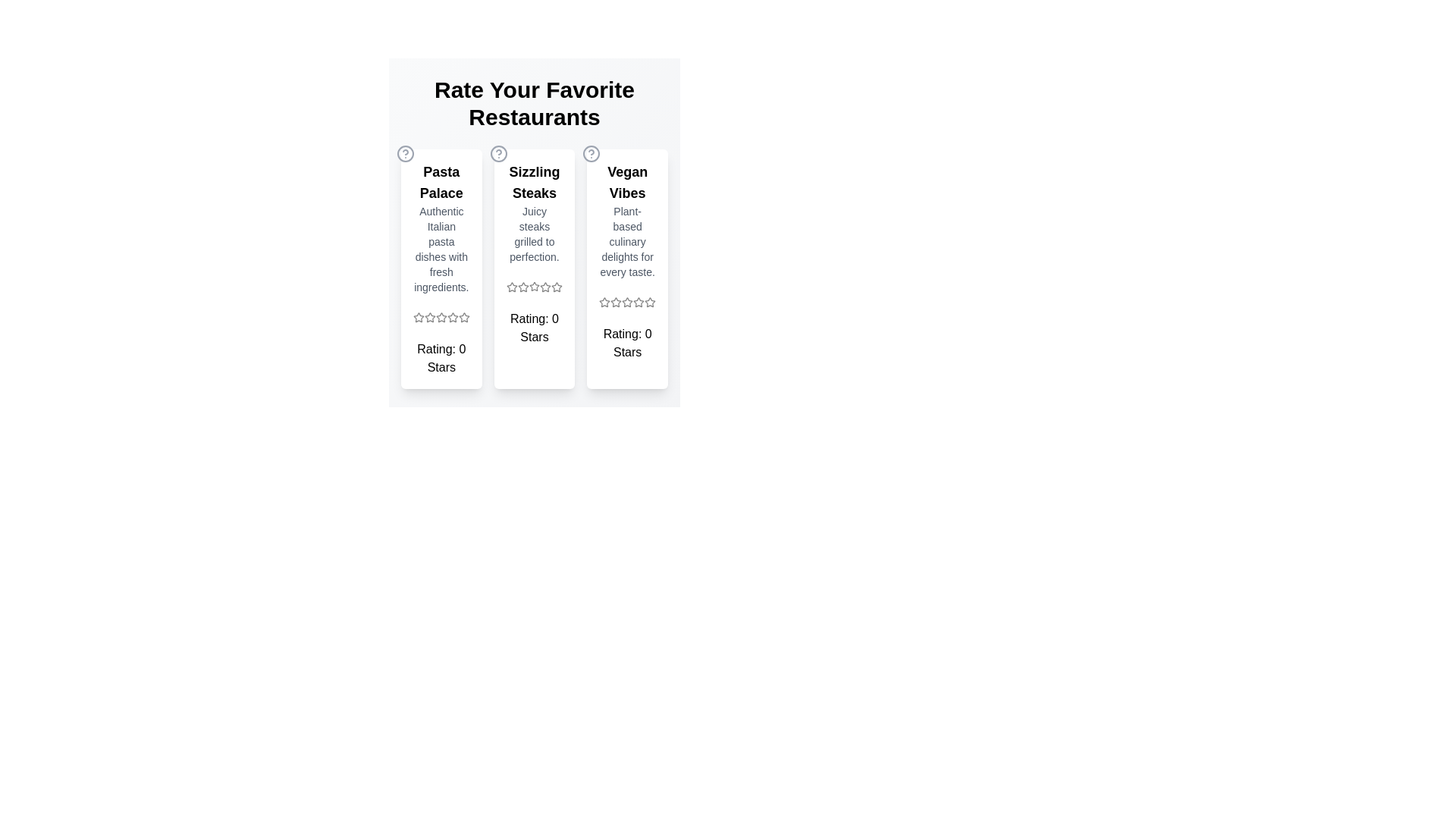  I want to click on the restaurant title text 'Pasta Palace', so click(440, 181).